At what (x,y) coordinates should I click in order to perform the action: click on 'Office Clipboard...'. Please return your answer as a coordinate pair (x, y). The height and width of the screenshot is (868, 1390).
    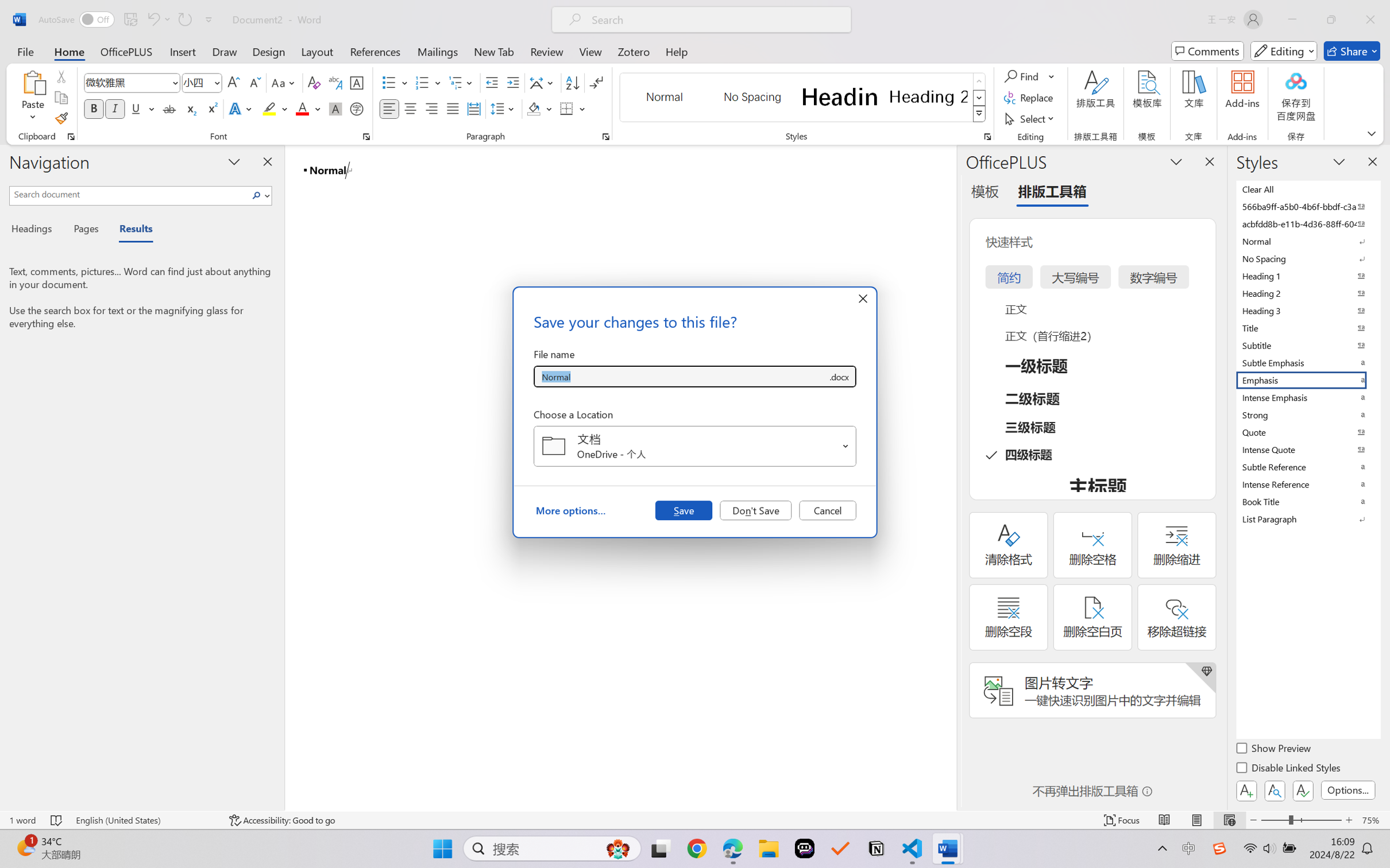
    Looking at the image, I should click on (70, 136).